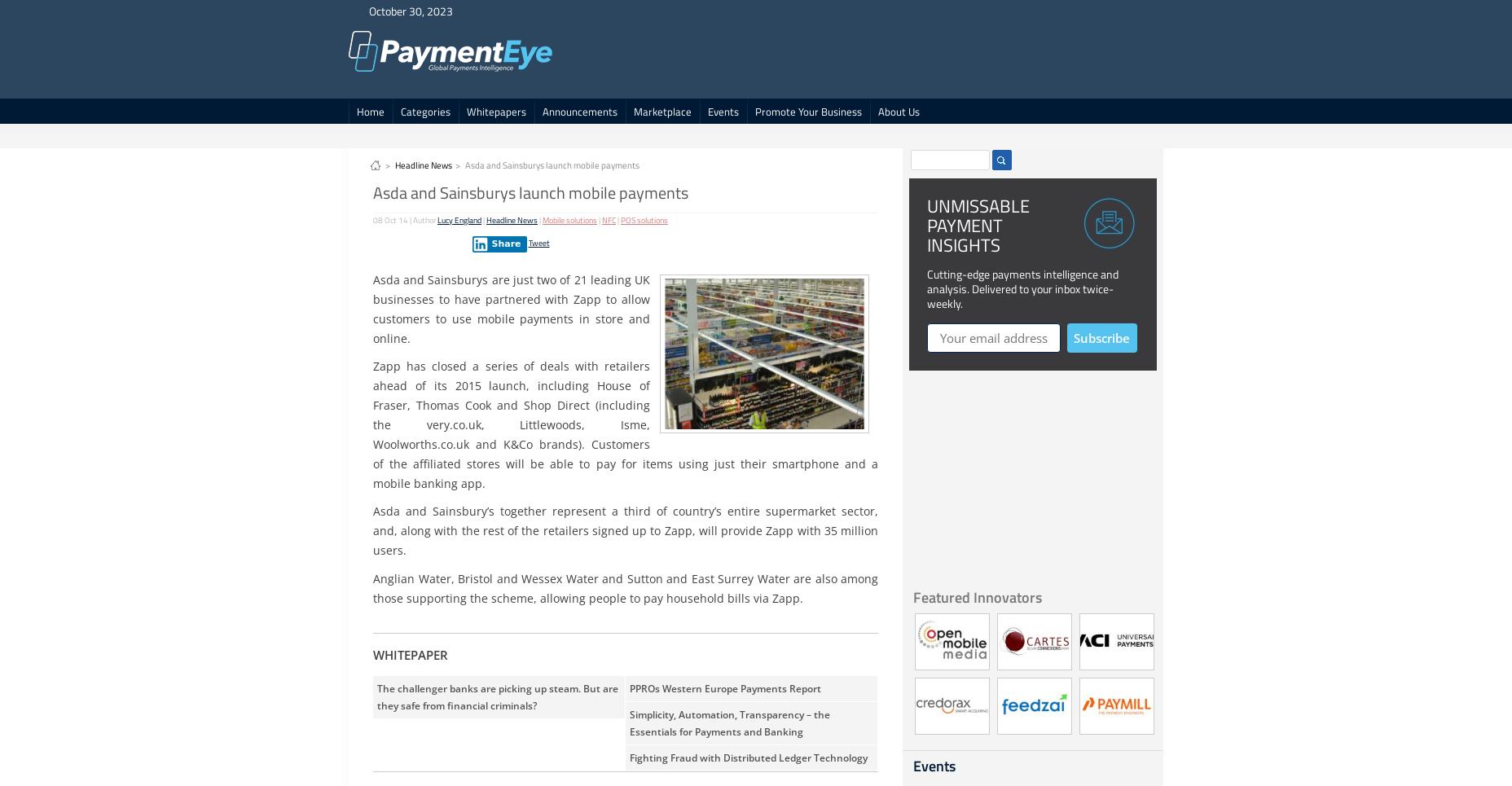 The height and width of the screenshot is (786, 1512). Describe the element at coordinates (410, 10) in the screenshot. I see `'October 30, 2023'` at that location.